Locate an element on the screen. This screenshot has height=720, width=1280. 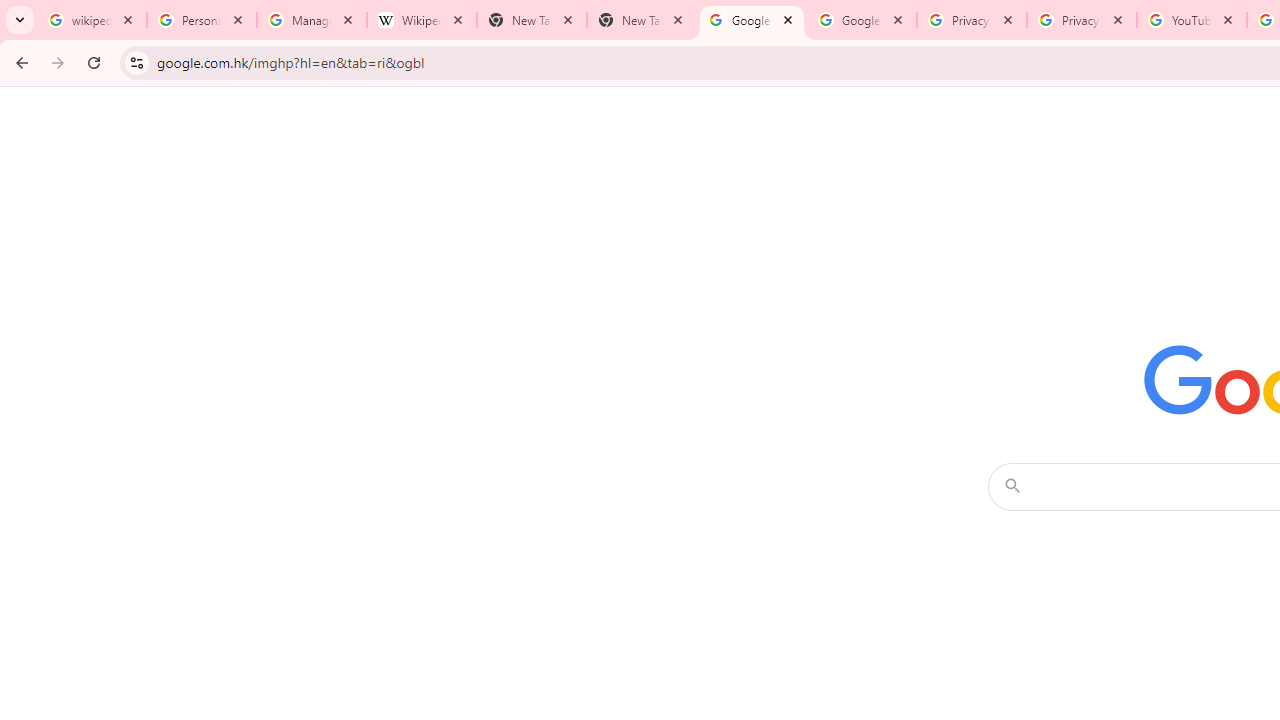
'Personalization & Google Search results - Google Search Help' is located at coordinates (202, 20).